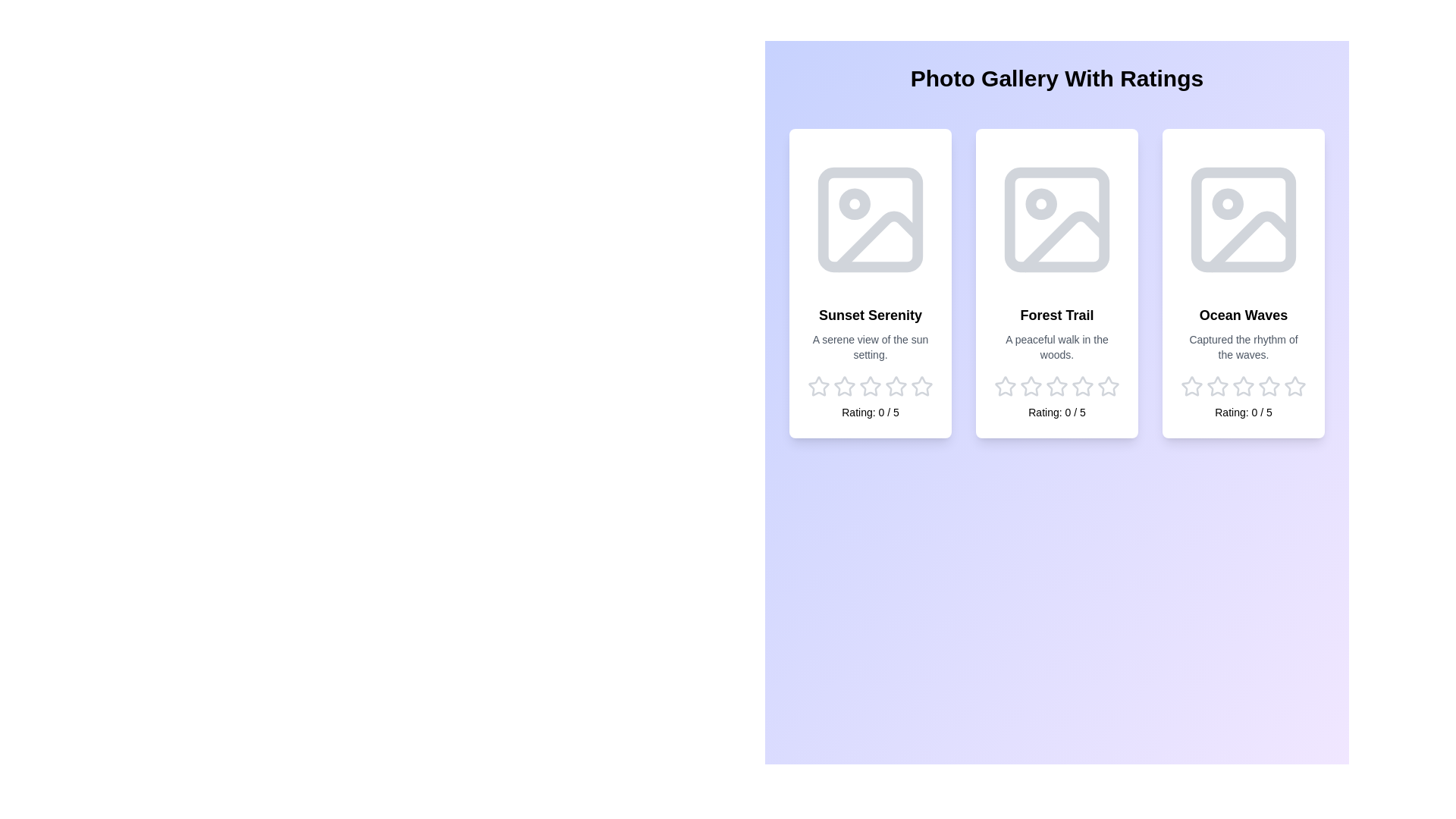 This screenshot has width=1456, height=819. I want to click on the star corresponding to the rating 4 for the image Ocean Waves, so click(1269, 385).